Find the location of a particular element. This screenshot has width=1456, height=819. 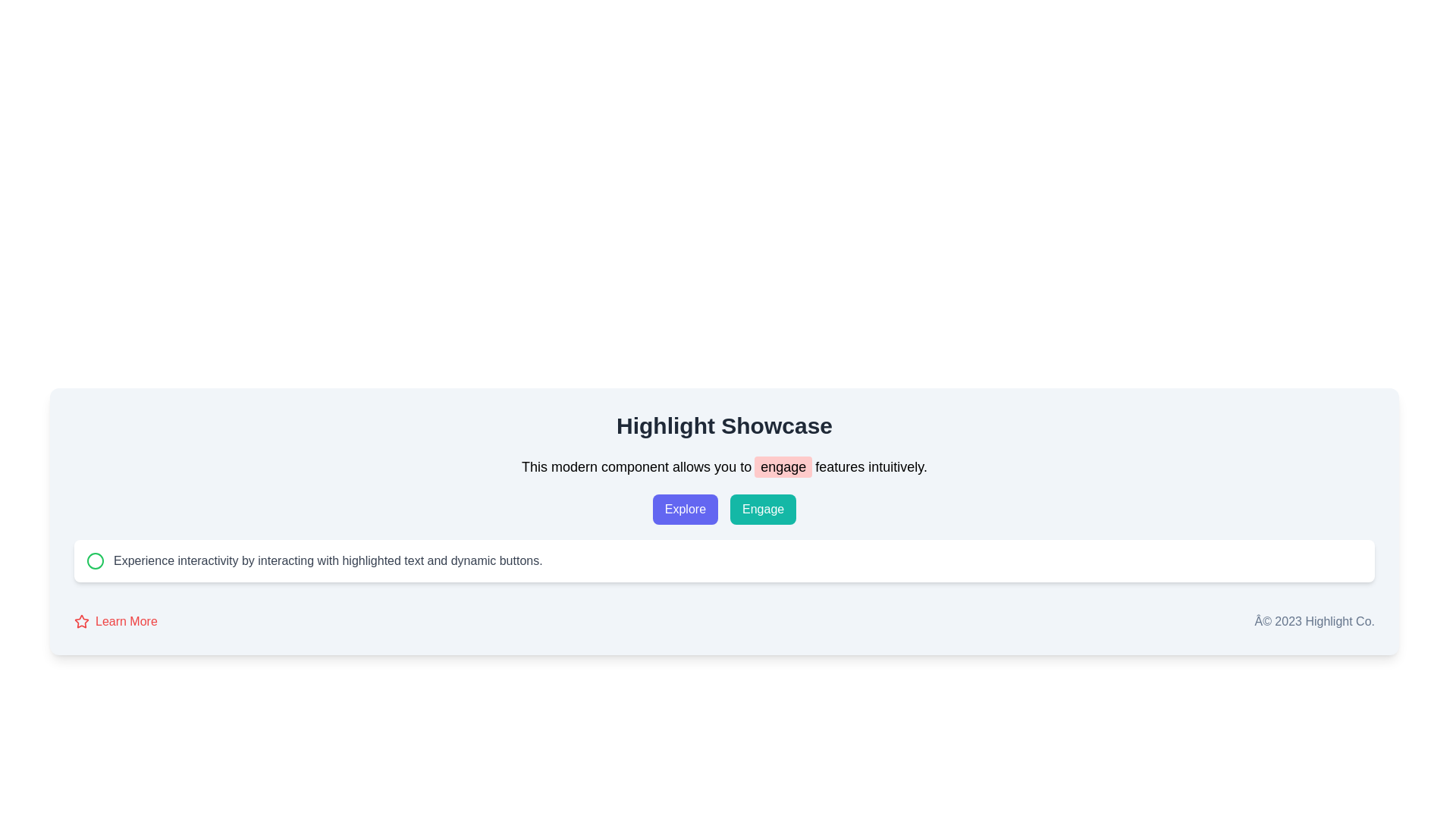

the star-shaped icon with a hollow interior and stroke-style outline, located near the bottom-left corner of the viewport, above the 'Learn More' text is located at coordinates (81, 621).